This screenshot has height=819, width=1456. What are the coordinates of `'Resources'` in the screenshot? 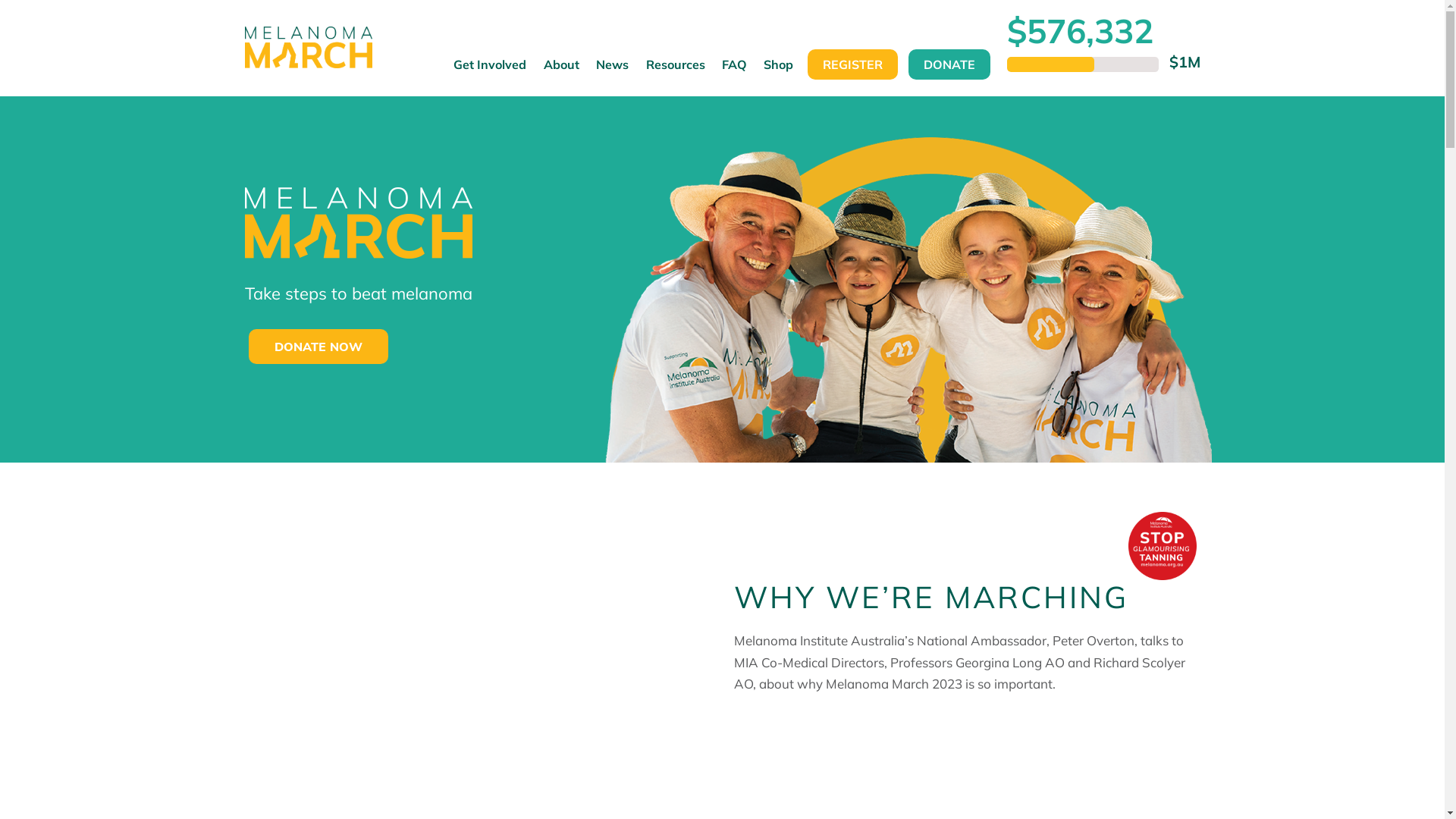 It's located at (637, 71).